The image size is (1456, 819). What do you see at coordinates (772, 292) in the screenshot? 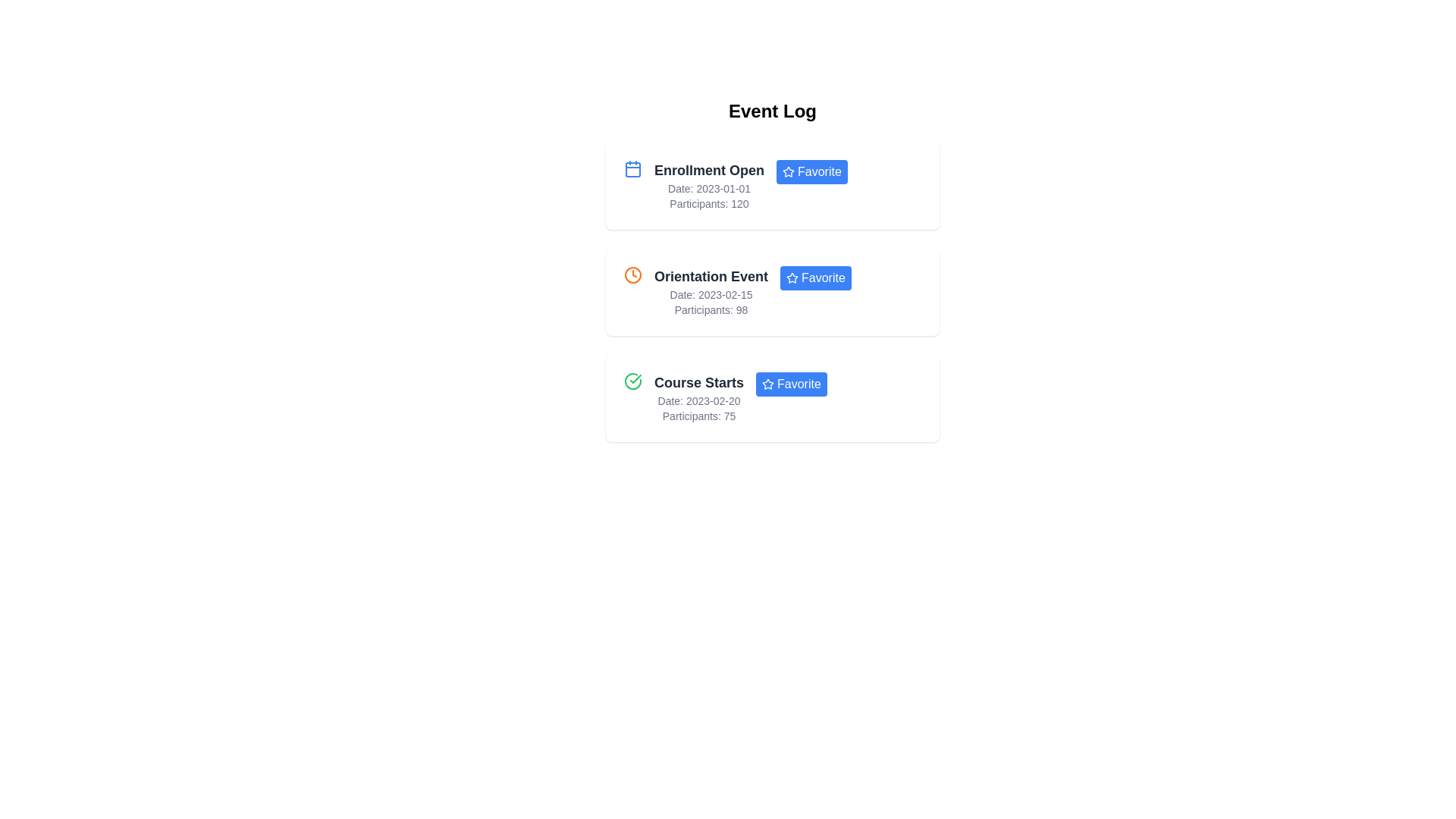
I see `the event card in the 'Event Log'` at bounding box center [772, 292].